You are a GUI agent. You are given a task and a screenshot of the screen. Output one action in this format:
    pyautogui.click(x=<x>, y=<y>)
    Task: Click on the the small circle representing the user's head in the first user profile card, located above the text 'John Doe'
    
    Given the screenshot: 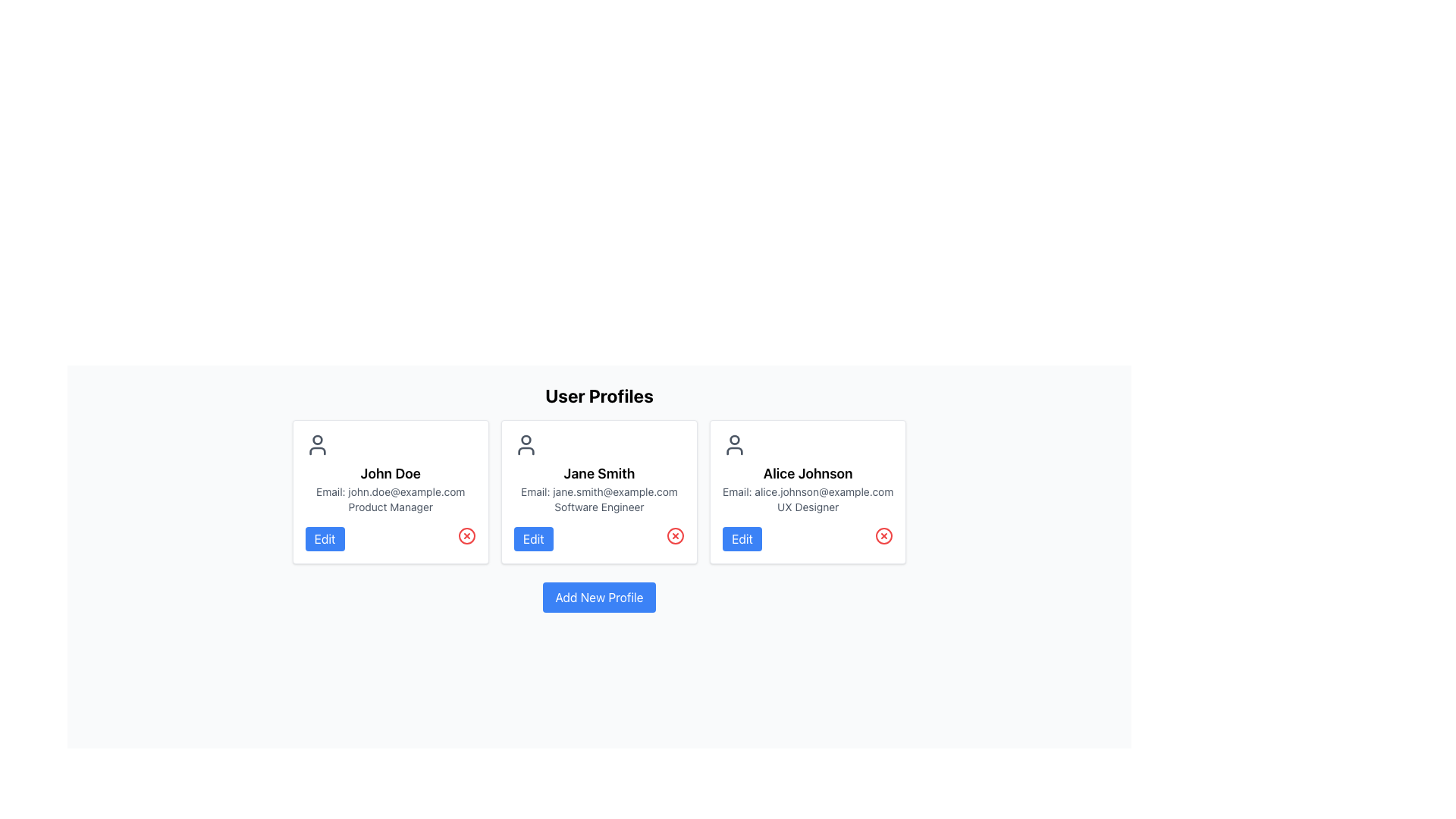 What is the action you would take?
    pyautogui.click(x=316, y=440)
    